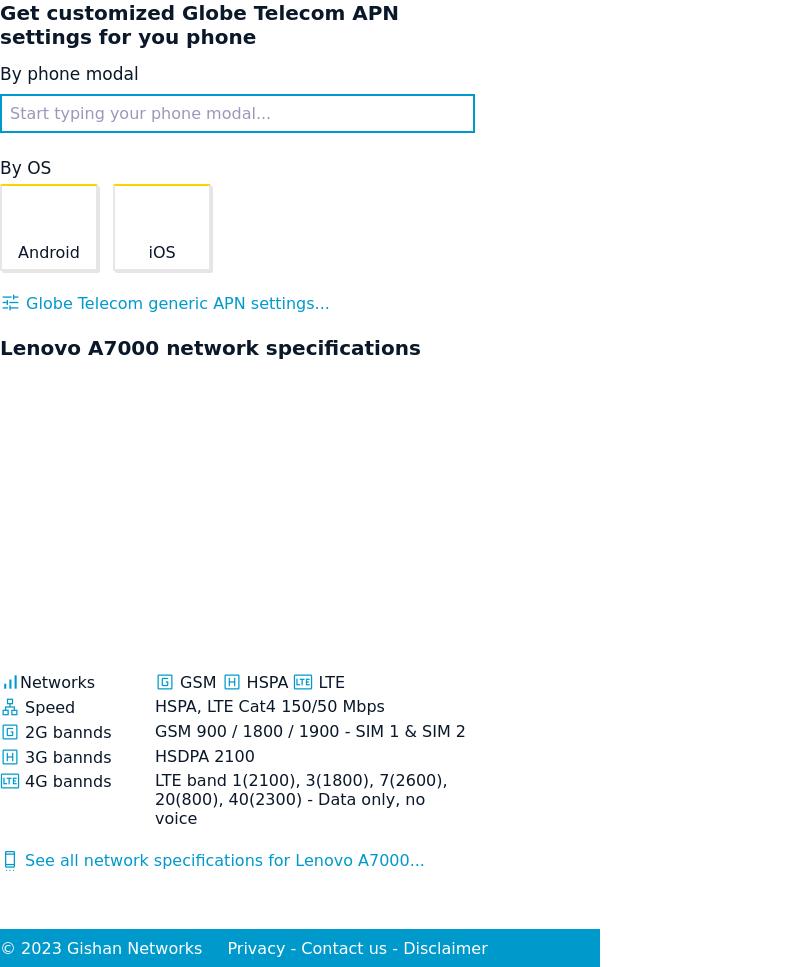  I want to click on 'Privacy', so click(255, 947).